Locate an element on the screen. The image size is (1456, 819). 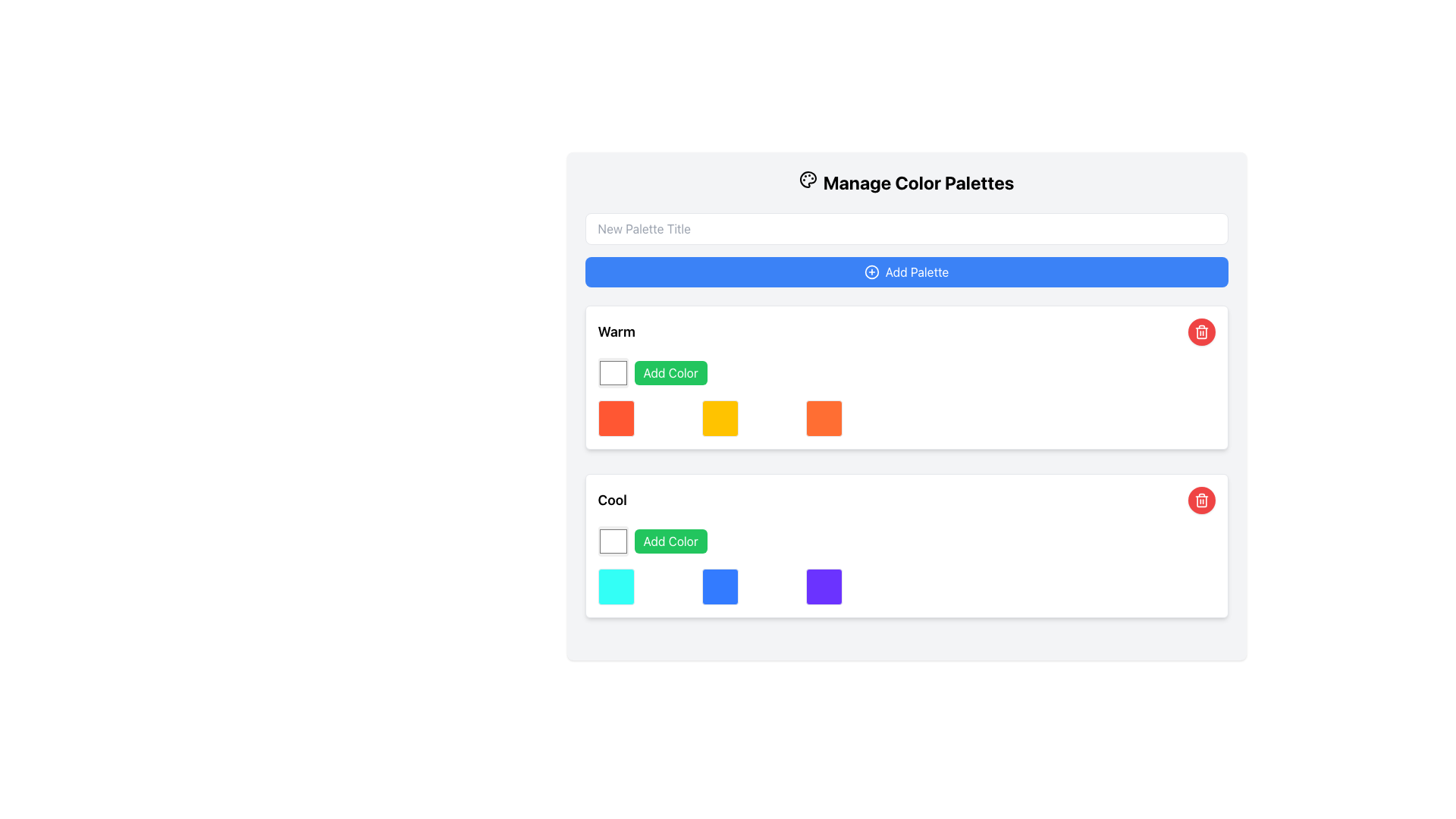
keyboard navigation is located at coordinates (1200, 500).